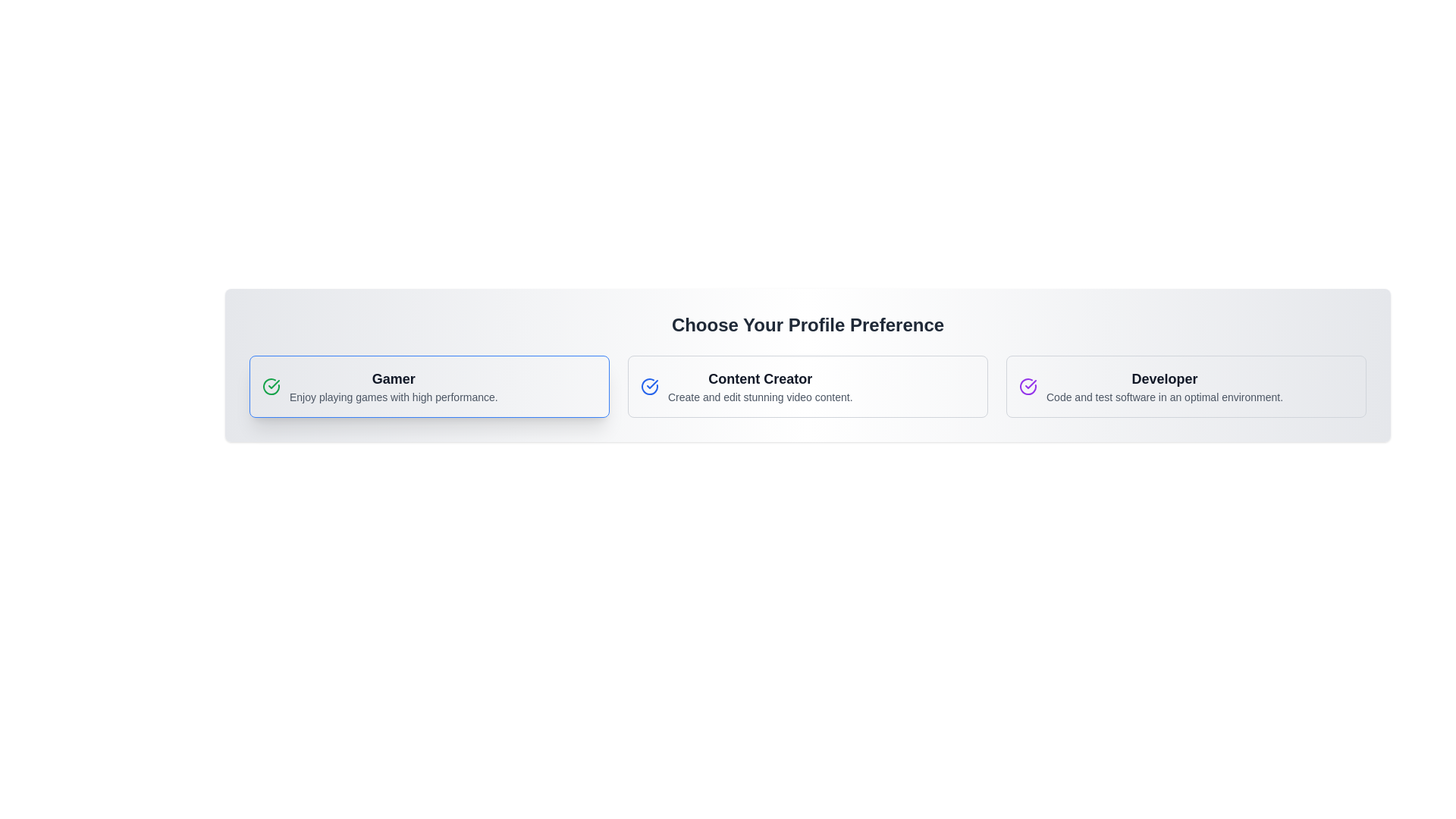 The width and height of the screenshot is (1456, 819). What do you see at coordinates (394, 397) in the screenshot?
I see `descriptive text label 'Enjoy playing games with high performance.' located below the title 'Gamer' in the user profile preferences` at bounding box center [394, 397].